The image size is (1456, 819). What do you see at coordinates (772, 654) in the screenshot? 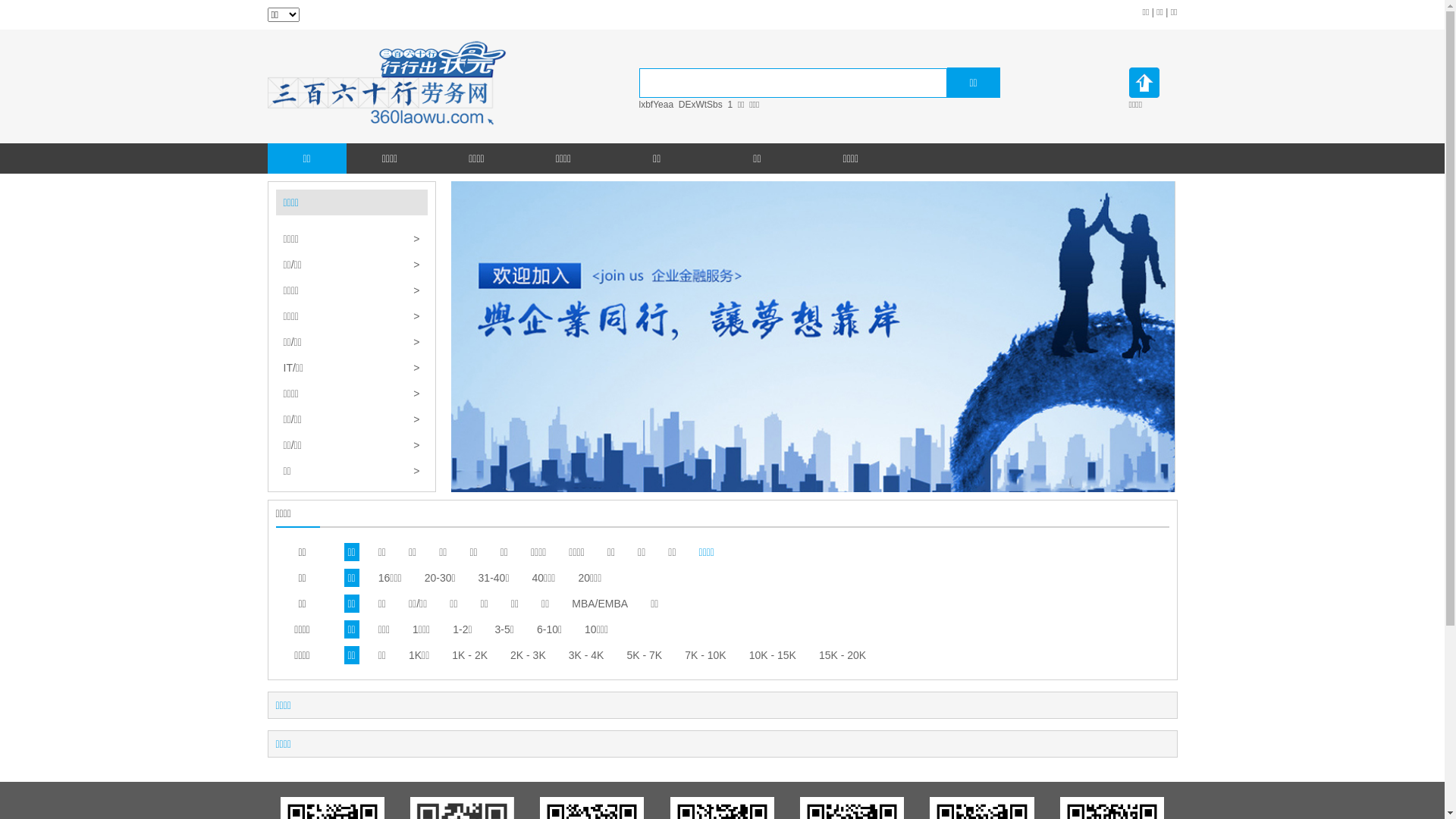
I see `'10K - 15K'` at bounding box center [772, 654].